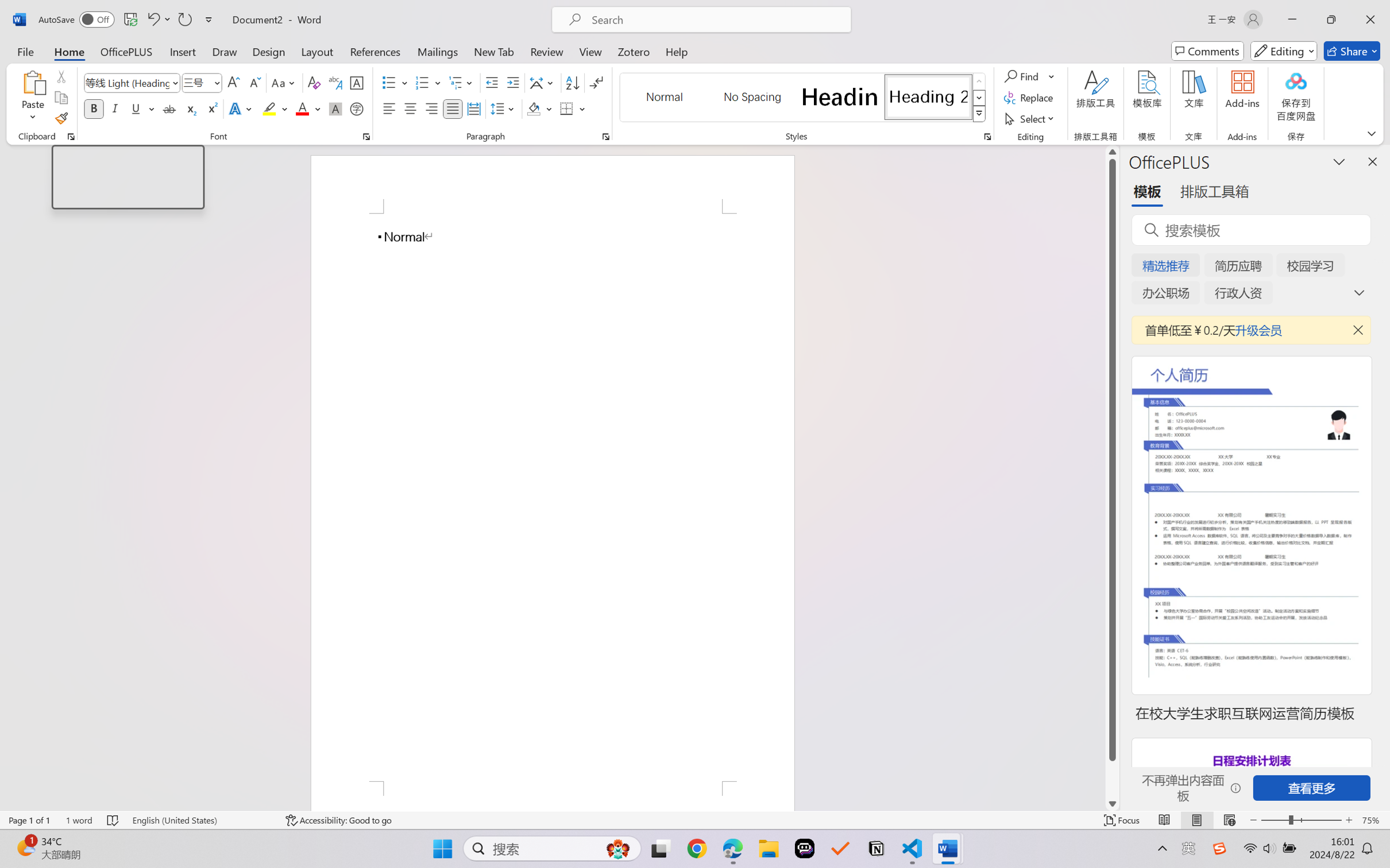  I want to click on 'View', so click(590, 51).